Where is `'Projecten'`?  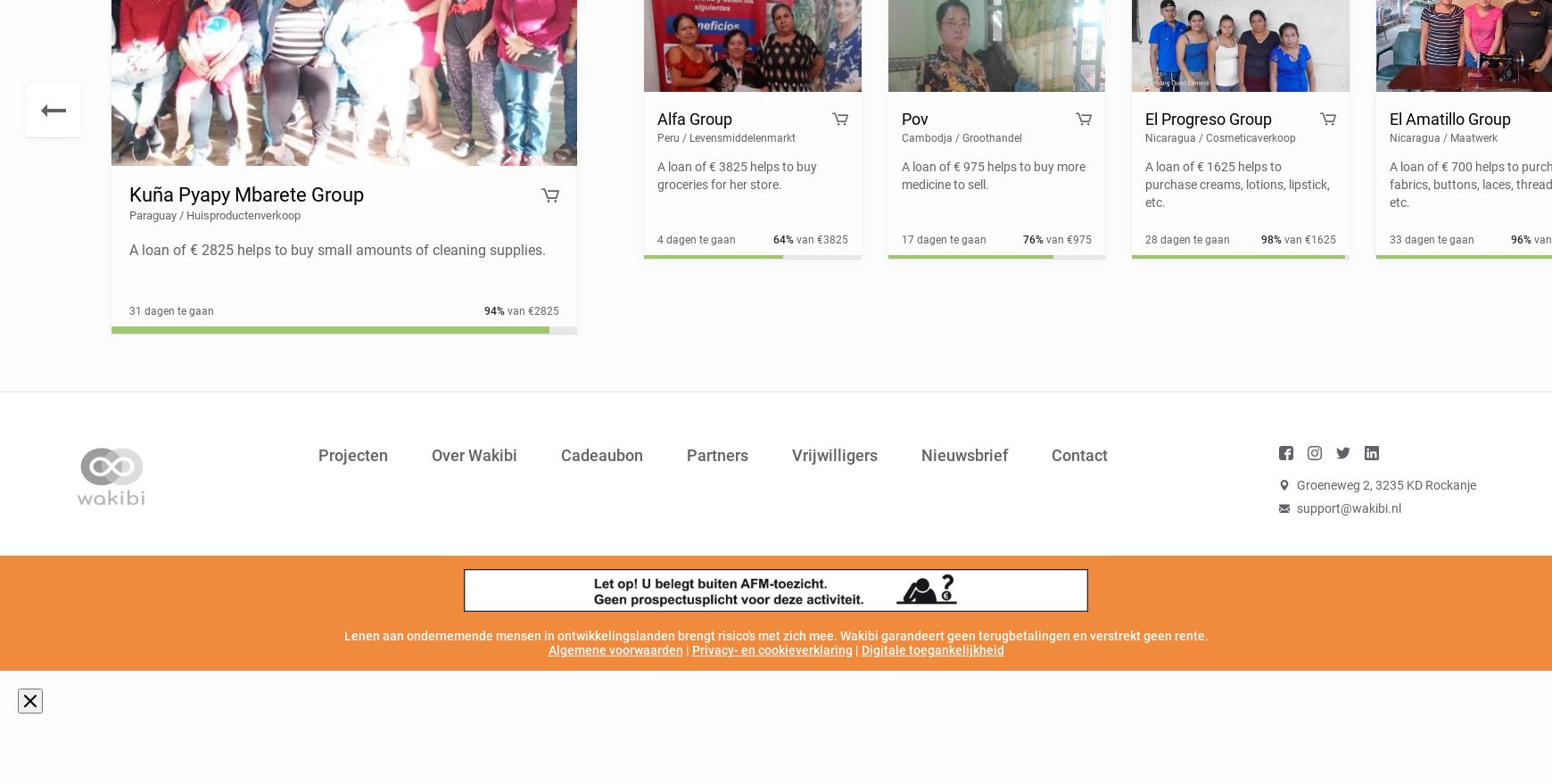 'Projecten' is located at coordinates (318, 454).